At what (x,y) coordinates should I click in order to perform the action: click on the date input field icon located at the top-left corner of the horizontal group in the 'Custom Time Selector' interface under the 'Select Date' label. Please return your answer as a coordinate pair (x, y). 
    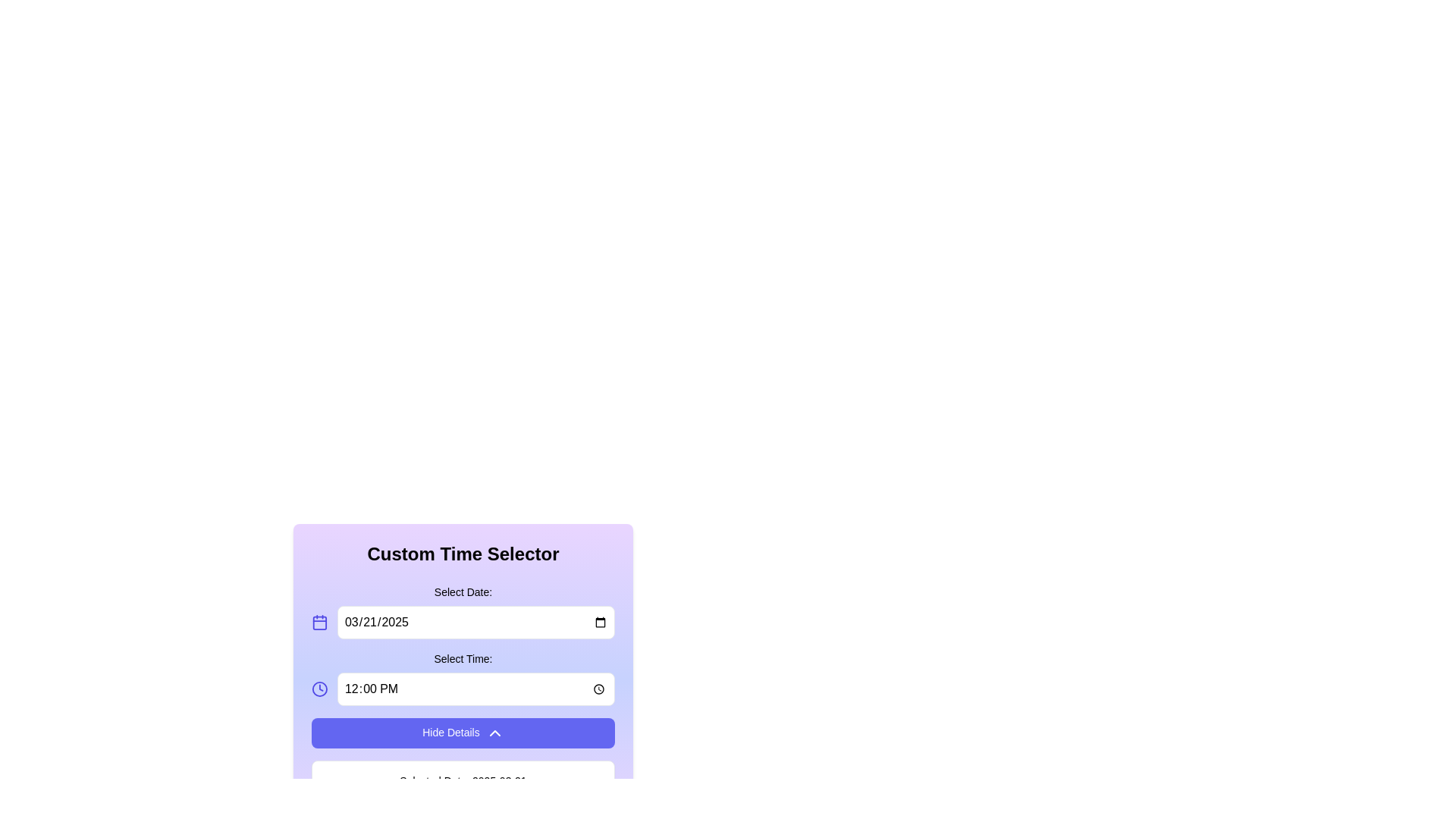
    Looking at the image, I should click on (319, 623).